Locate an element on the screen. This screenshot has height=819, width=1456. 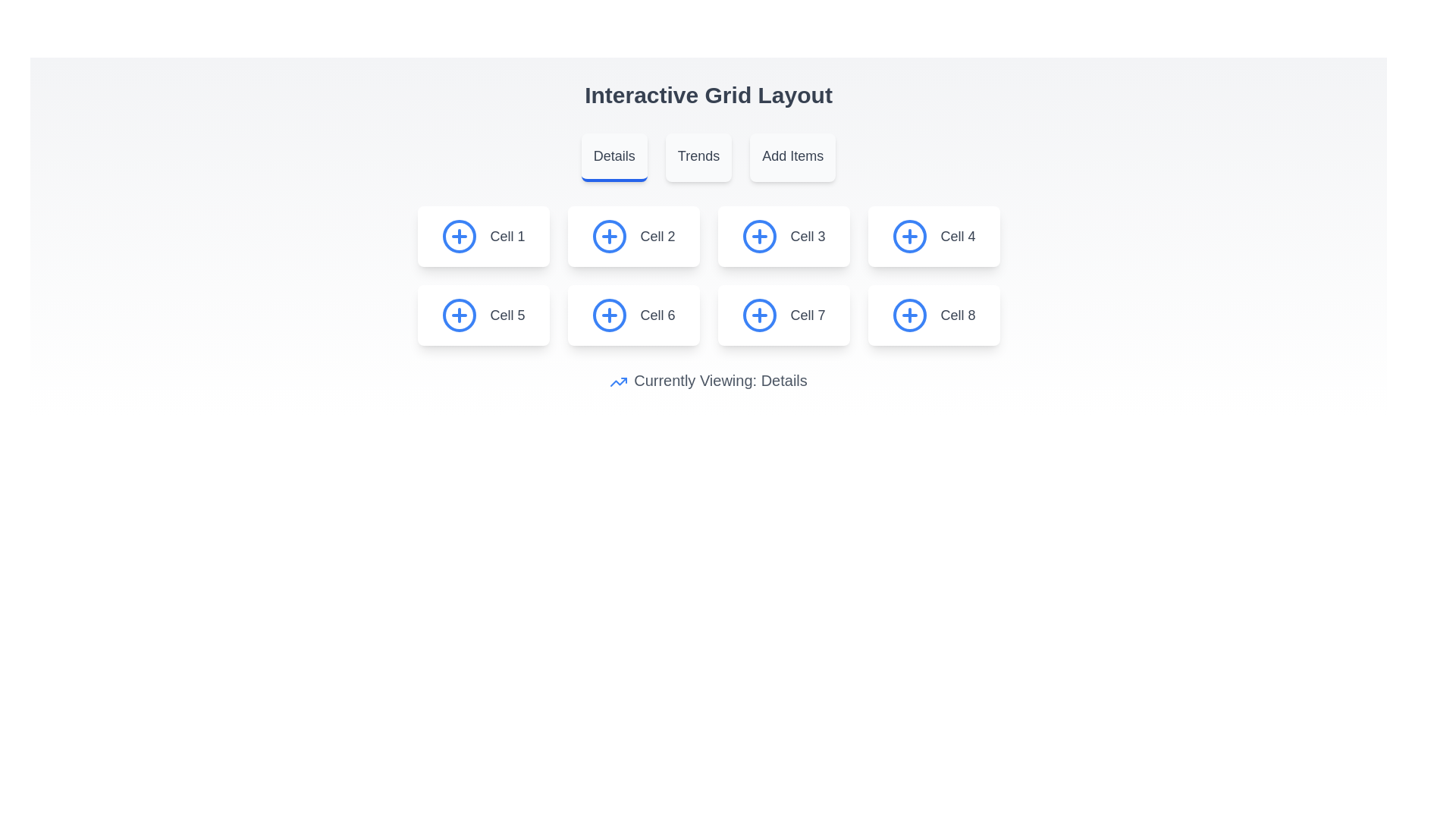
the Circle icon with a blue border containing a plus sign, located above the label 'Cell 1' in the Interactive Grid Layout is located at coordinates (459, 237).